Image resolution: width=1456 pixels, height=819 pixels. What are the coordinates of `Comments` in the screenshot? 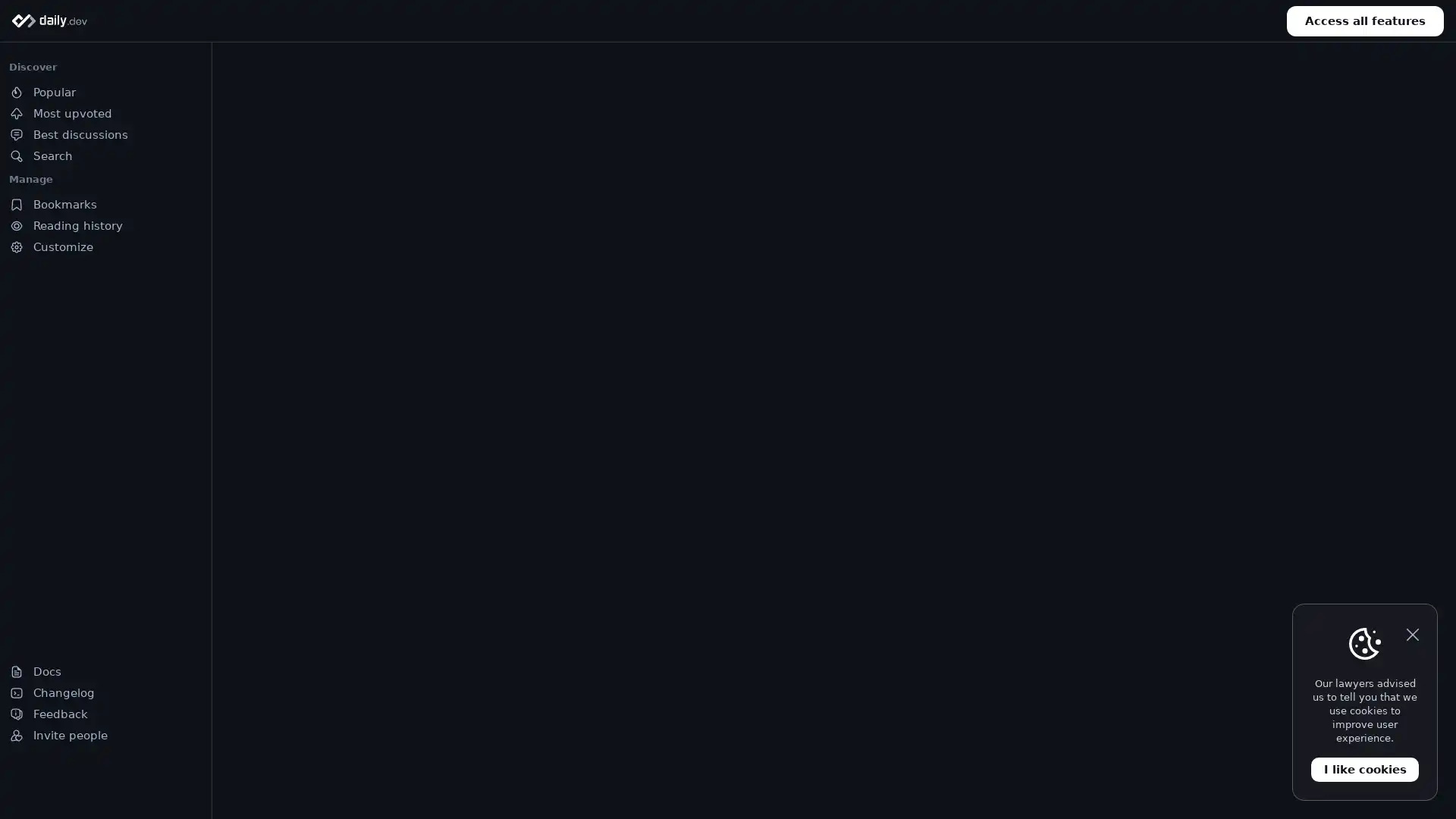 It's located at (699, 739).